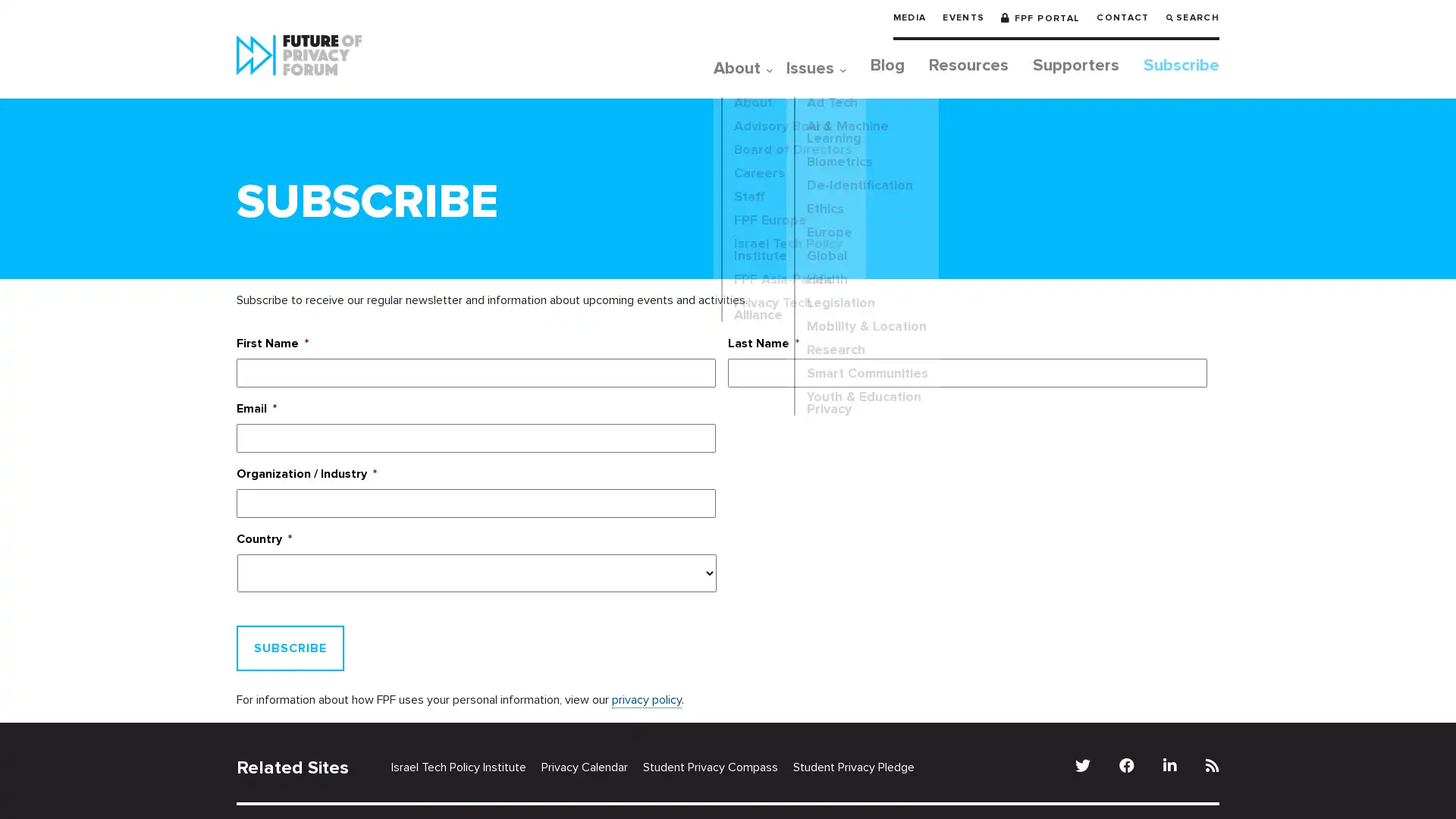  I want to click on Subscribe, so click(290, 642).